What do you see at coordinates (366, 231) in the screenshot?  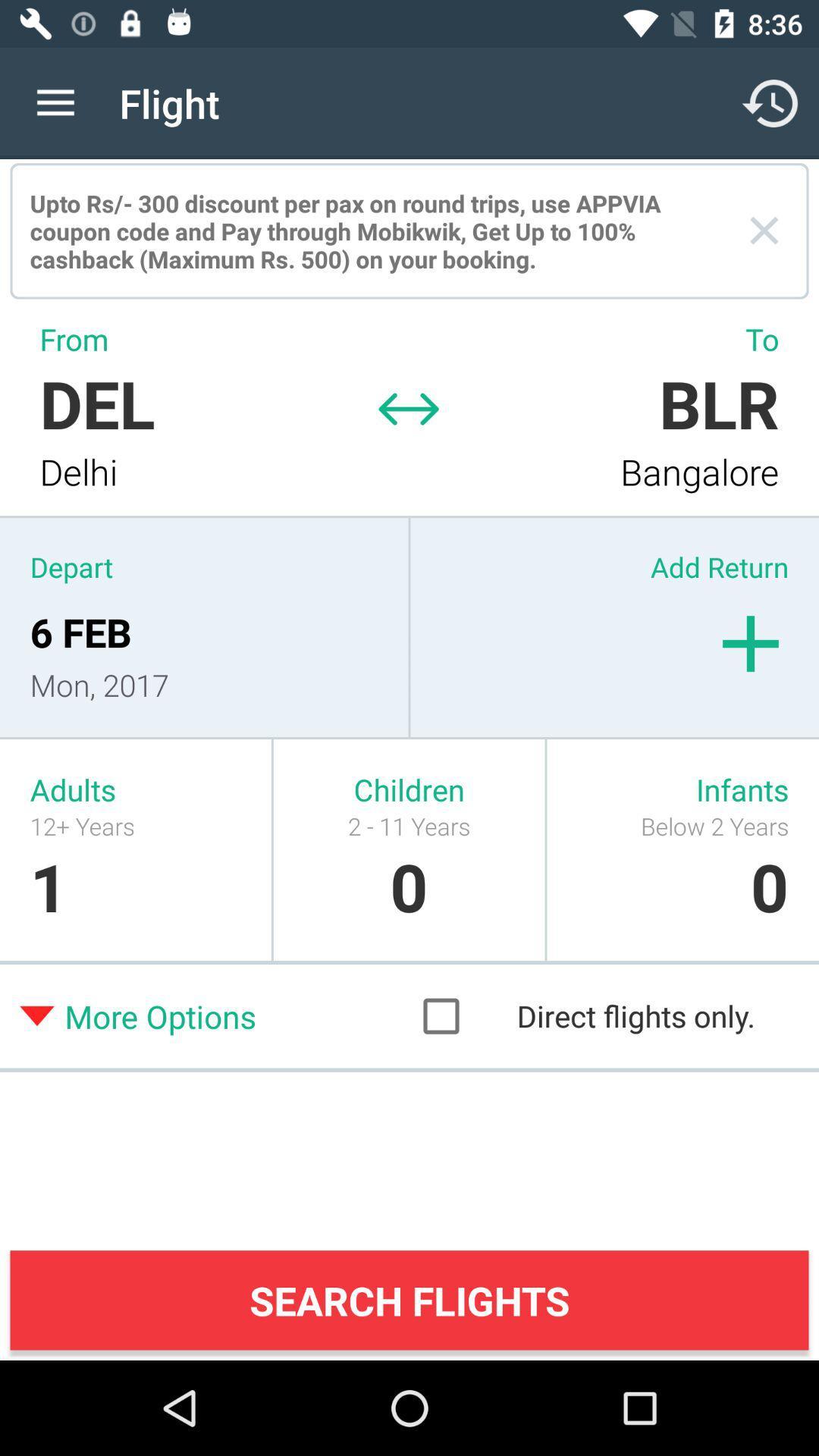 I see `3 lines text which is below flight on the page` at bounding box center [366, 231].